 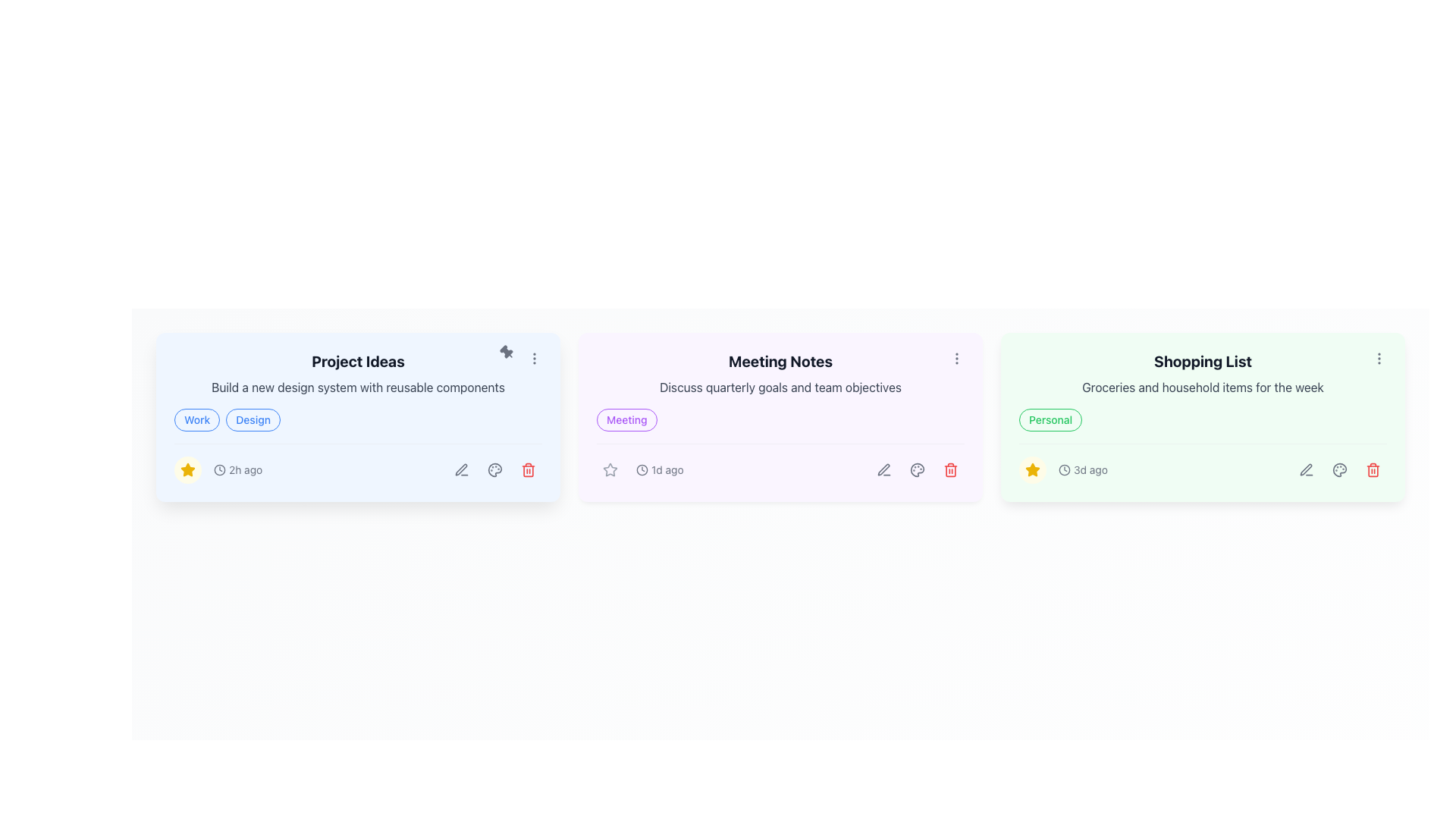 What do you see at coordinates (494, 469) in the screenshot?
I see `the palette icon located between the edit icon and delete icon at the bottom-right corner of the 'Project Ideas' card` at bounding box center [494, 469].